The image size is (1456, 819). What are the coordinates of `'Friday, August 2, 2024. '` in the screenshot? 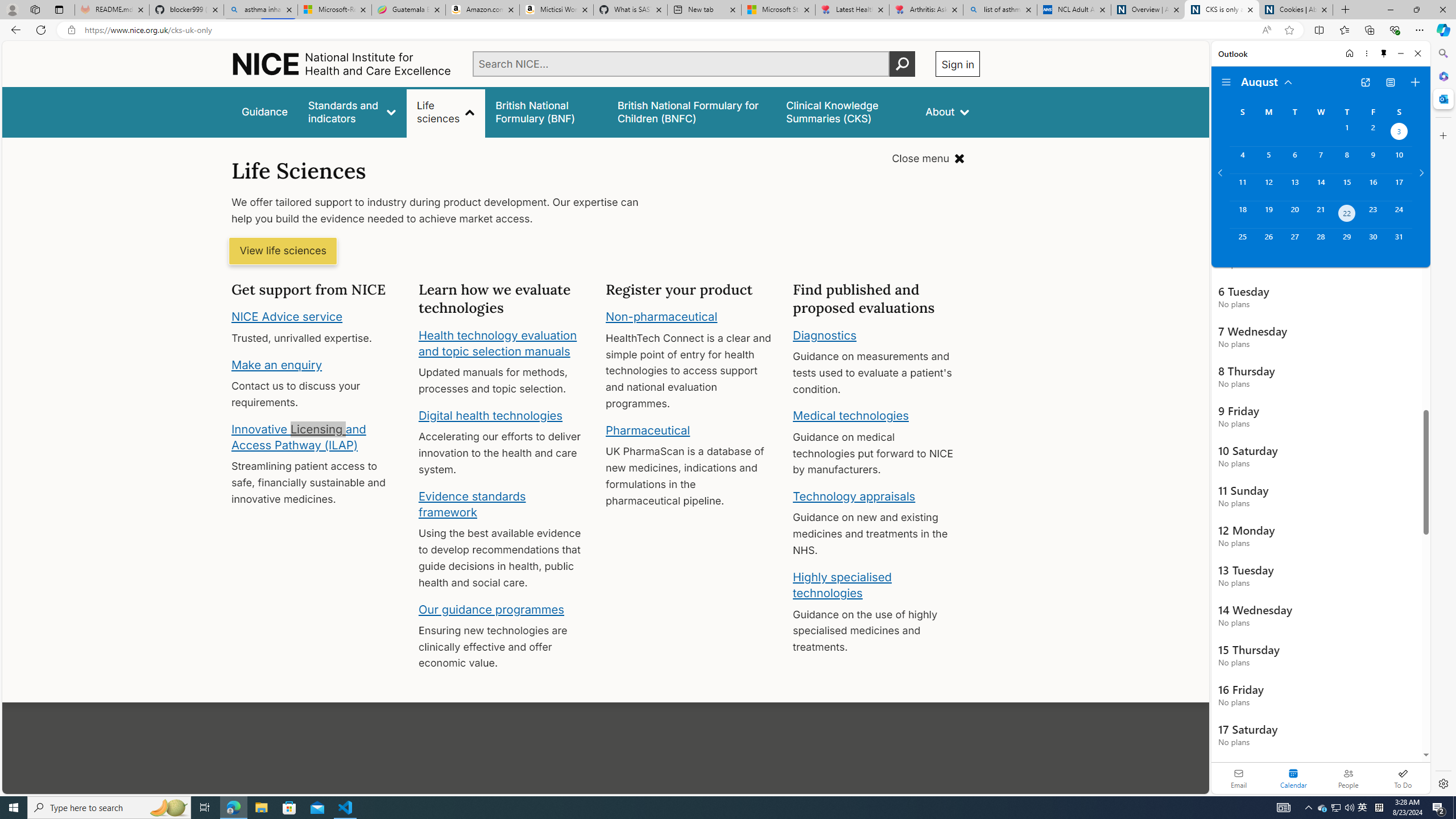 It's located at (1372, 133).